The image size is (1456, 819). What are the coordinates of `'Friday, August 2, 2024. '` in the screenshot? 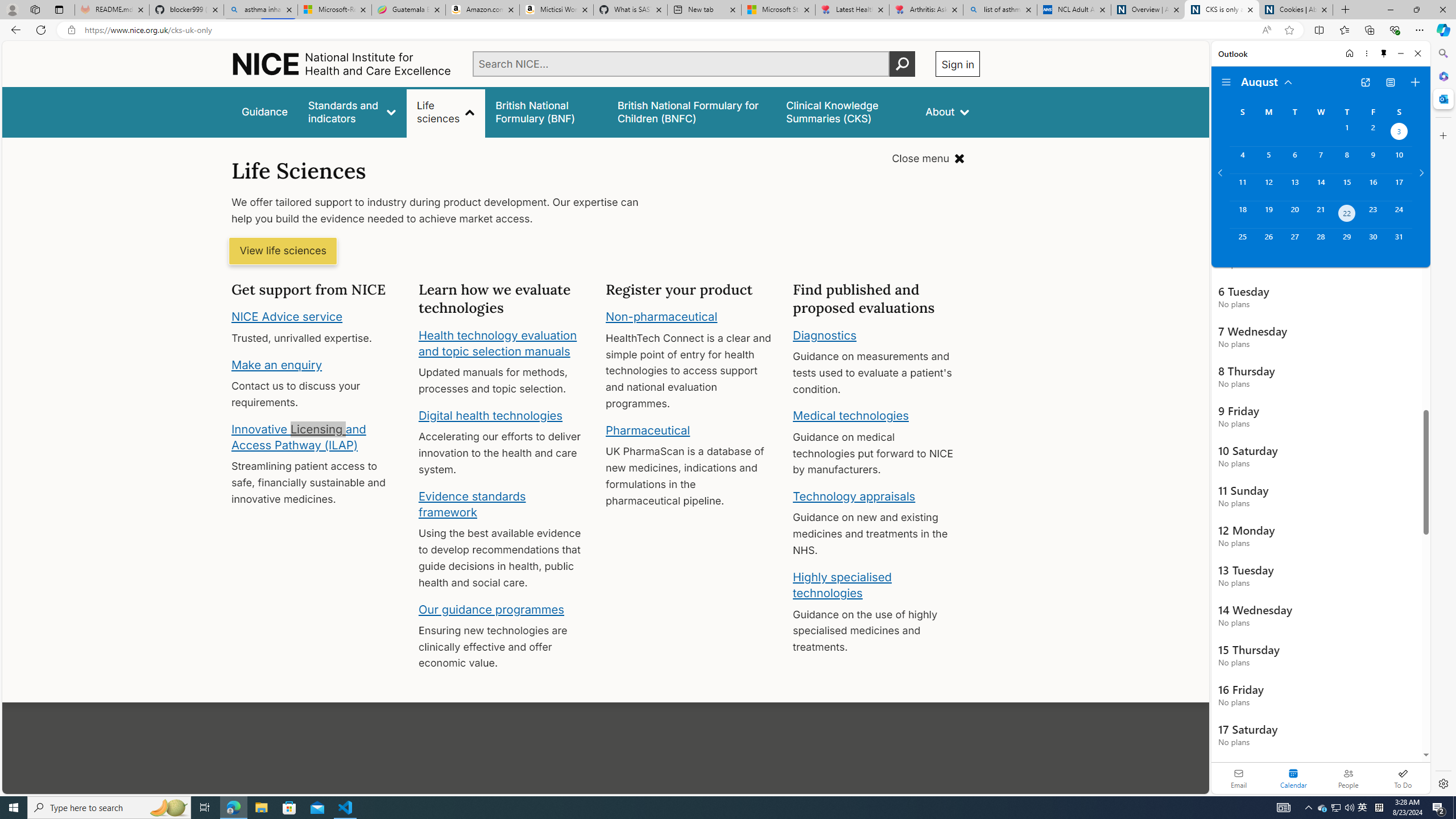 It's located at (1372, 133).